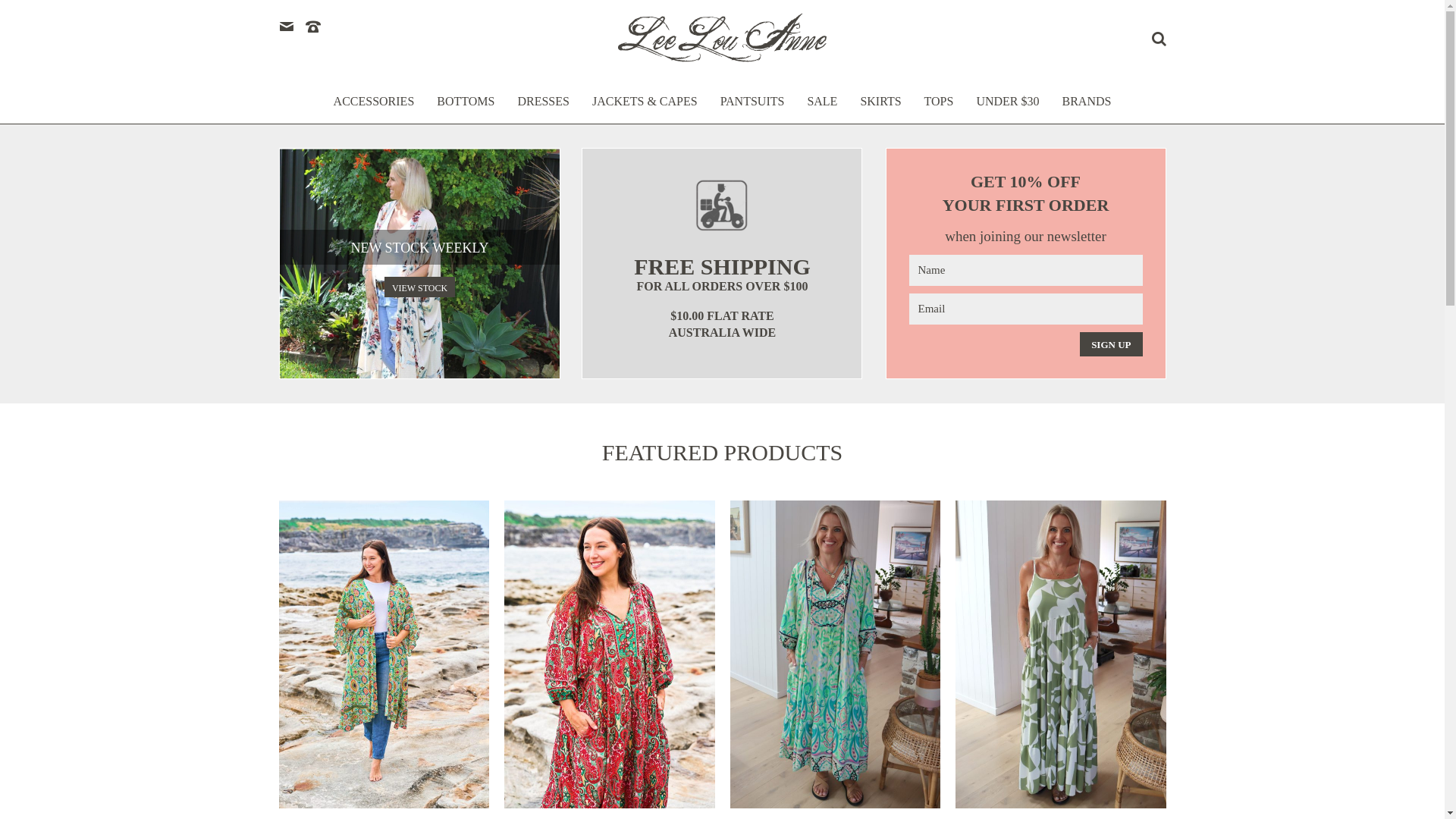  I want to click on 'NEW STOCK WEEKLY, so click(419, 262).